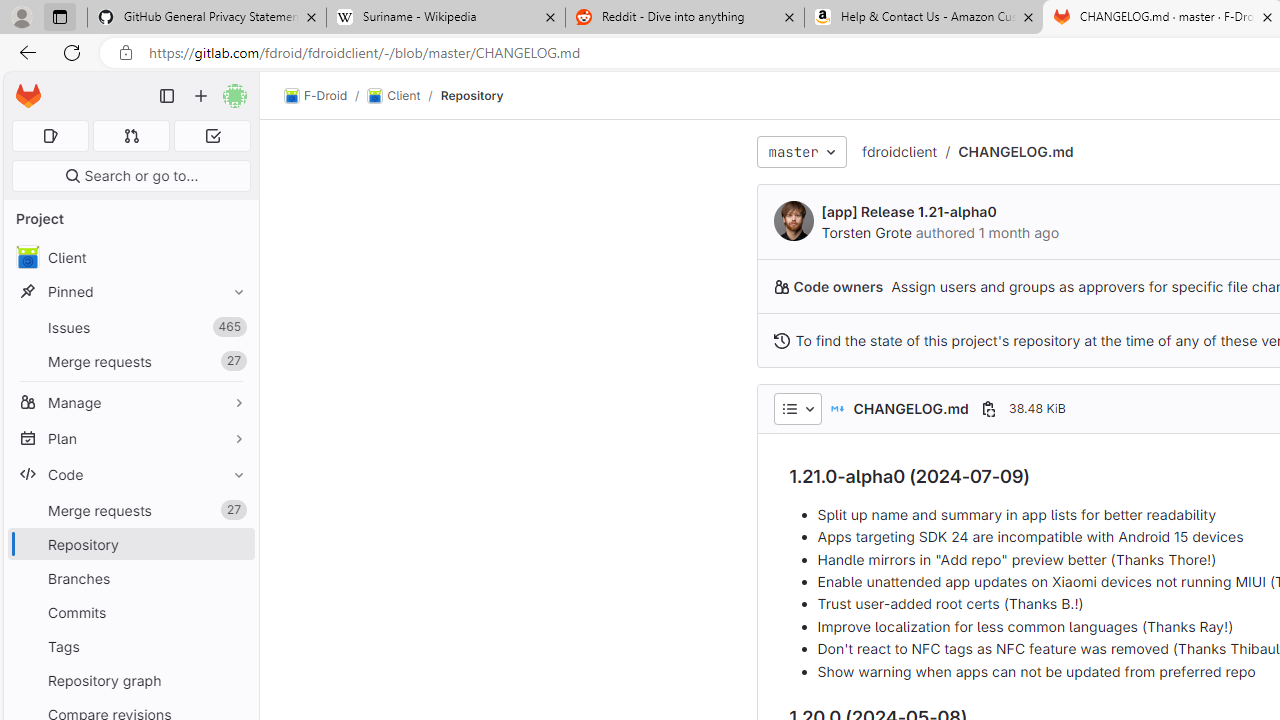 This screenshot has height=720, width=1280. What do you see at coordinates (780, 339) in the screenshot?
I see `'Class: s16 gl-mr-1 gl-align-text-bottom'` at bounding box center [780, 339].